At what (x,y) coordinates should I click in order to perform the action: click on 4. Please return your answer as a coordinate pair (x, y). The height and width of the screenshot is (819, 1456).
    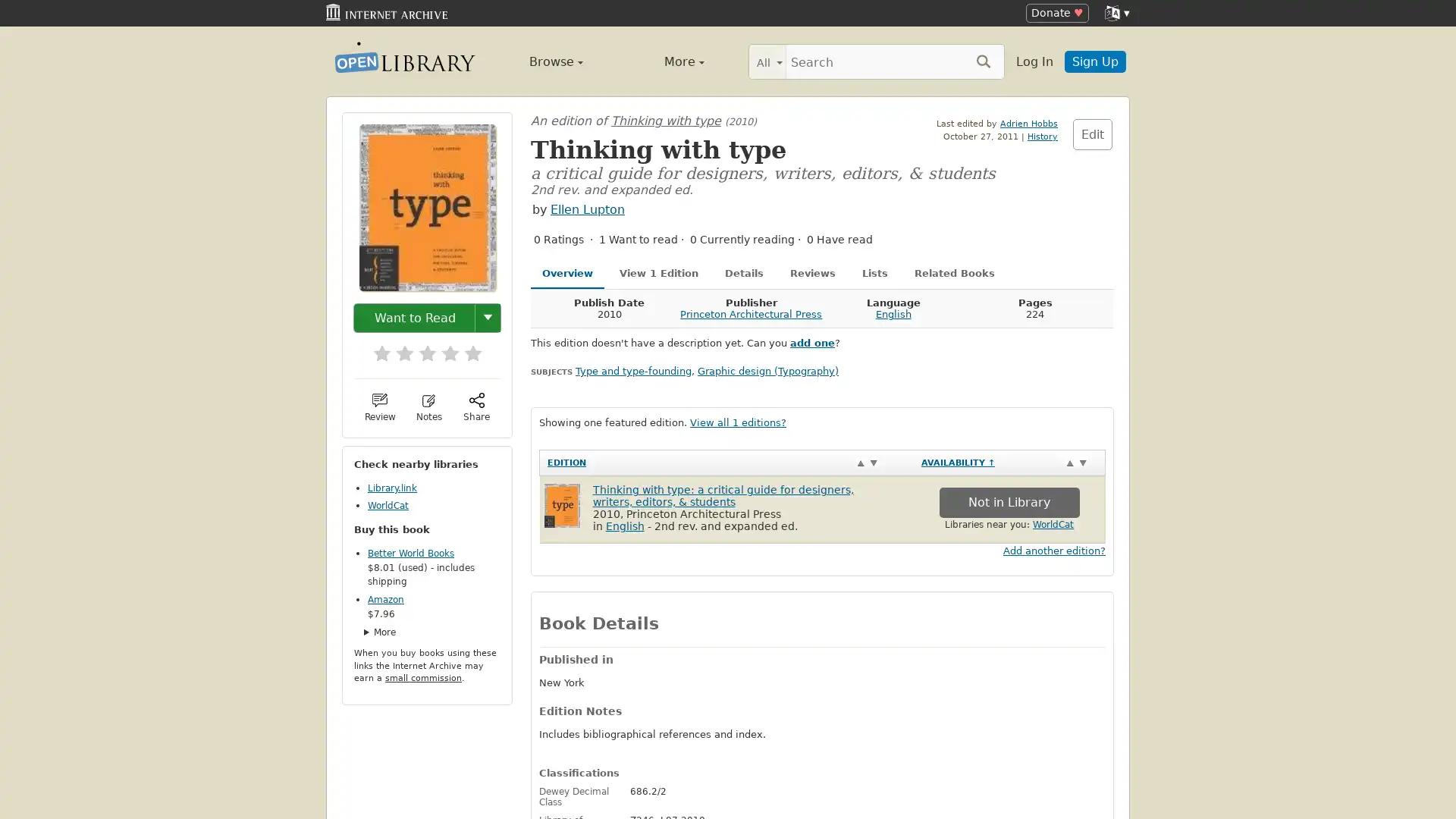
    Looking at the image, I should click on (442, 348).